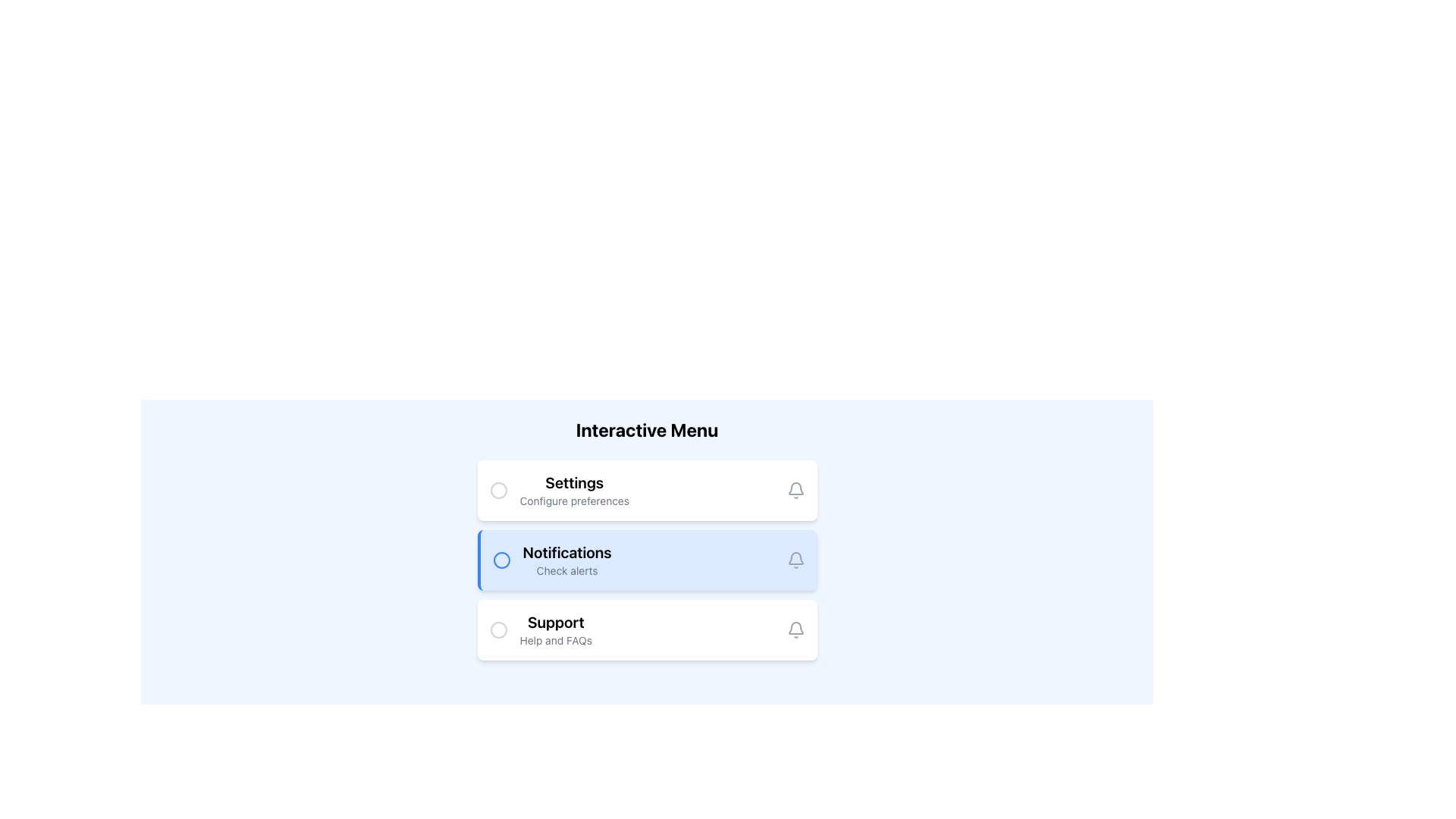 Image resolution: width=1456 pixels, height=819 pixels. I want to click on the notification icon located on the right side of the 'Notifications' menu item in the interactive menu, so click(795, 628).